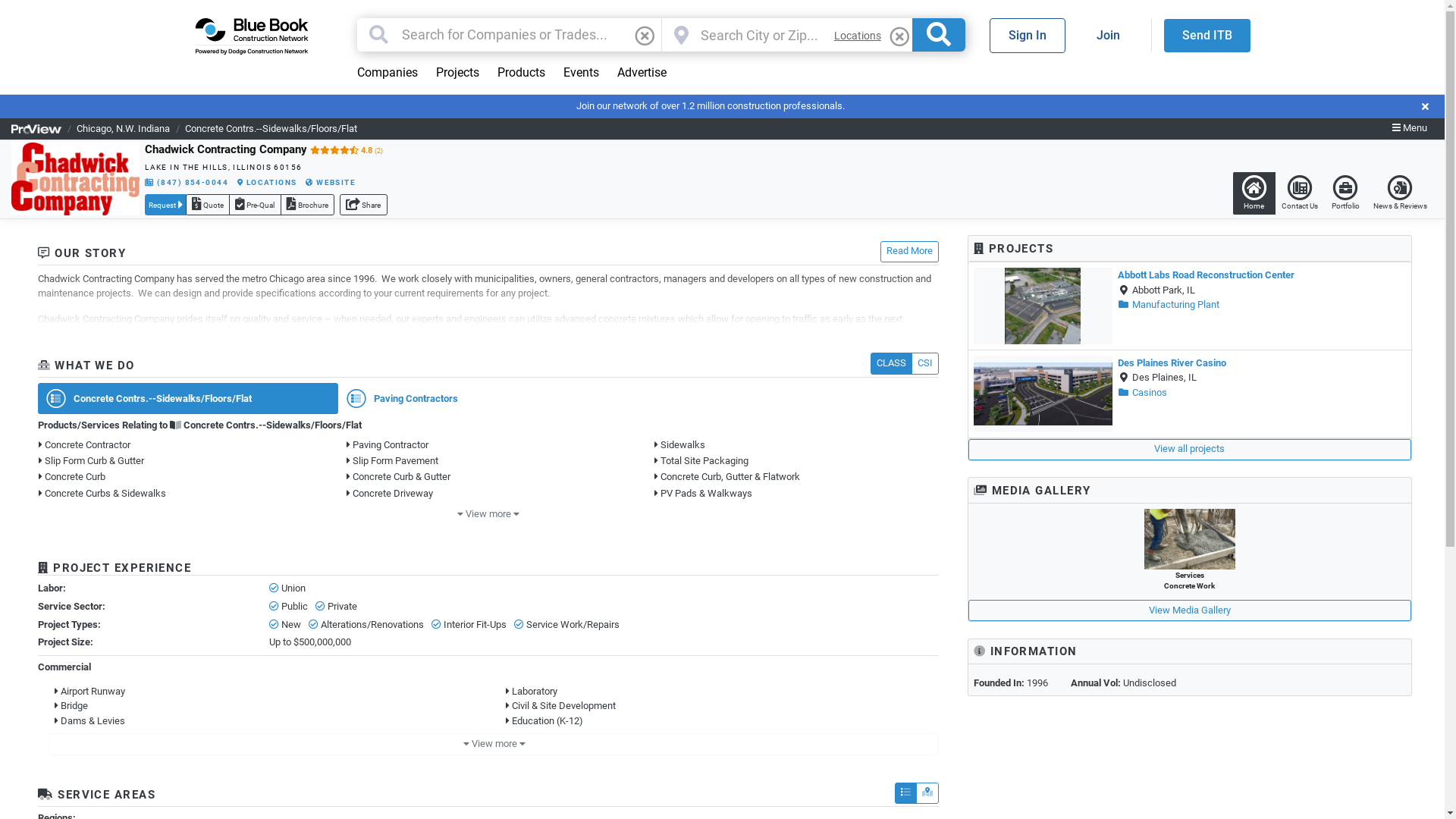  Describe the element at coordinates (306, 205) in the screenshot. I see `'Brochure'` at that location.